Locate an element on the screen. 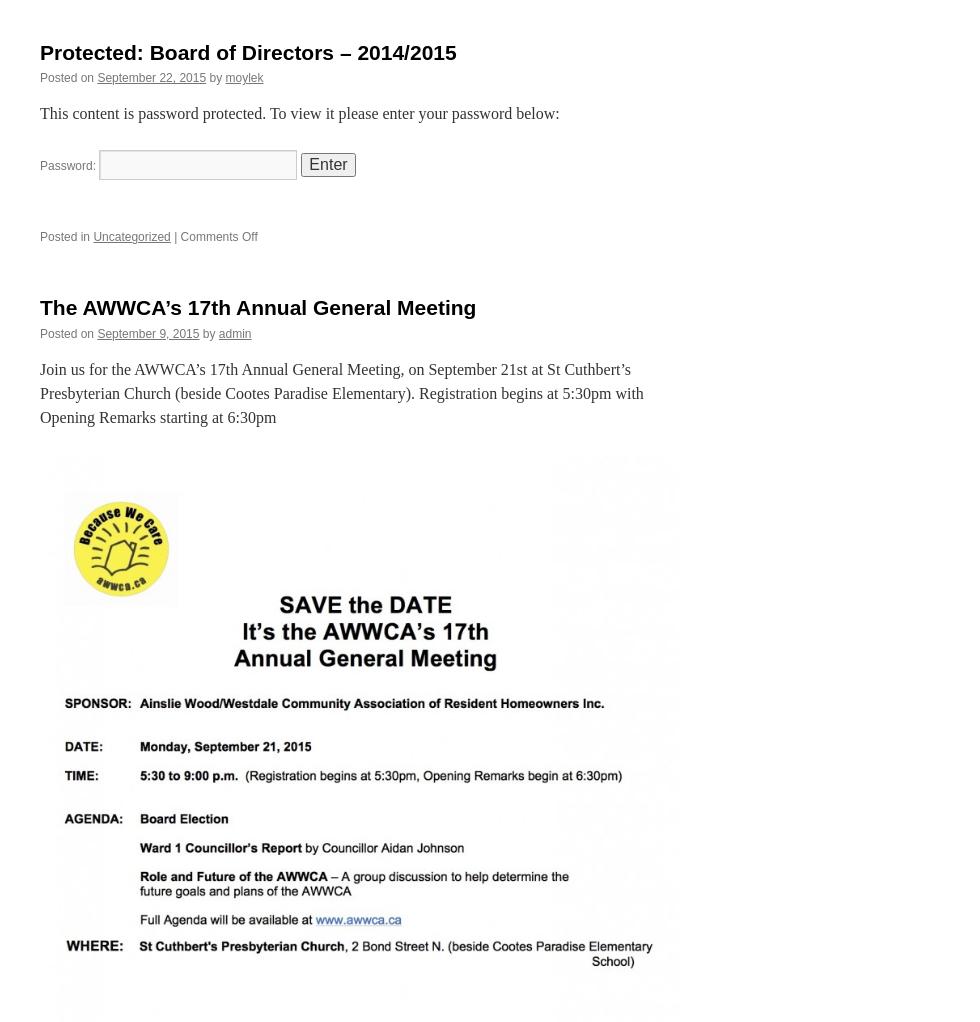  'Password:' is located at coordinates (69, 164).